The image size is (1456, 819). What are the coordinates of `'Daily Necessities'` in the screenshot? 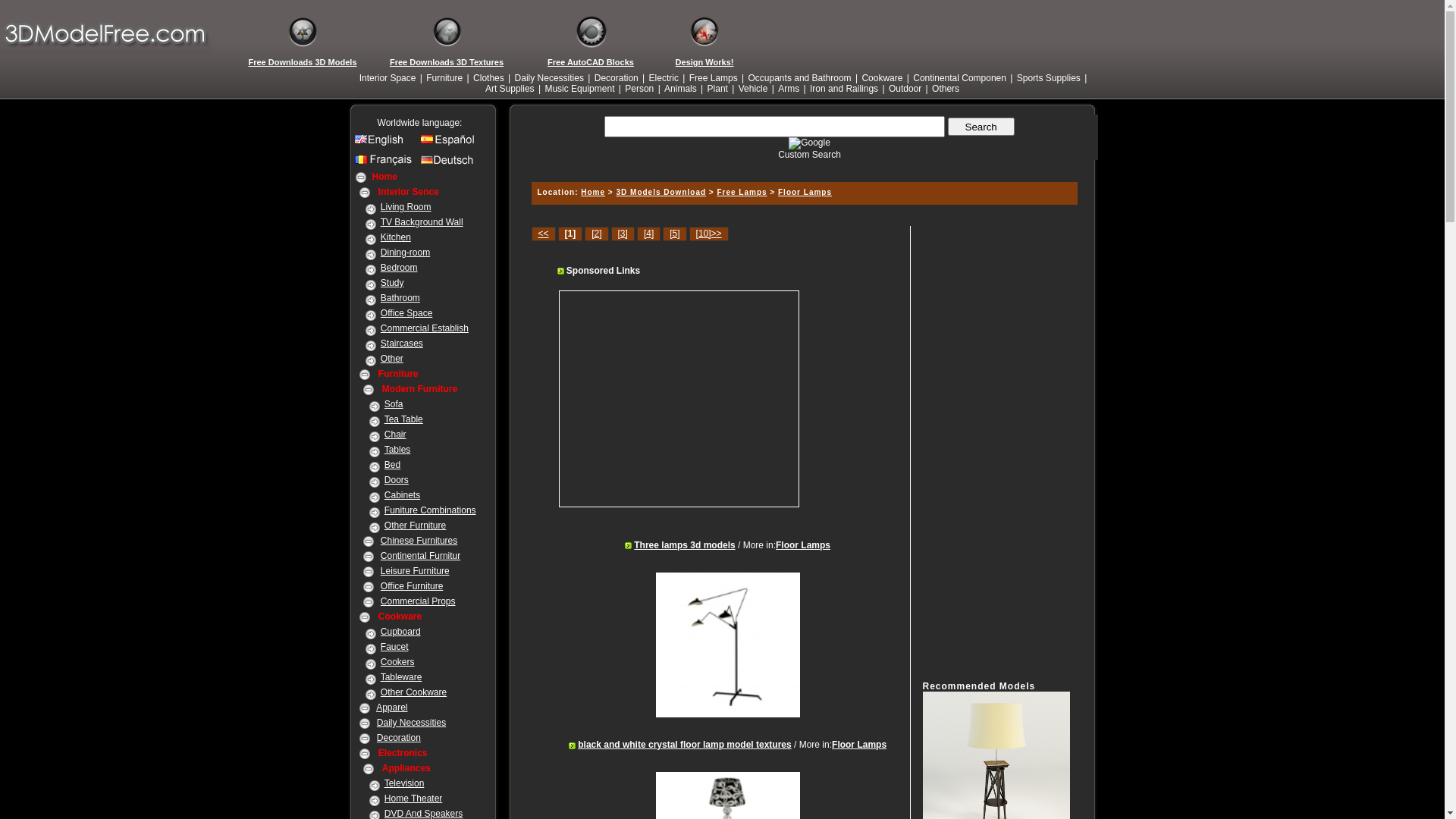 It's located at (411, 721).